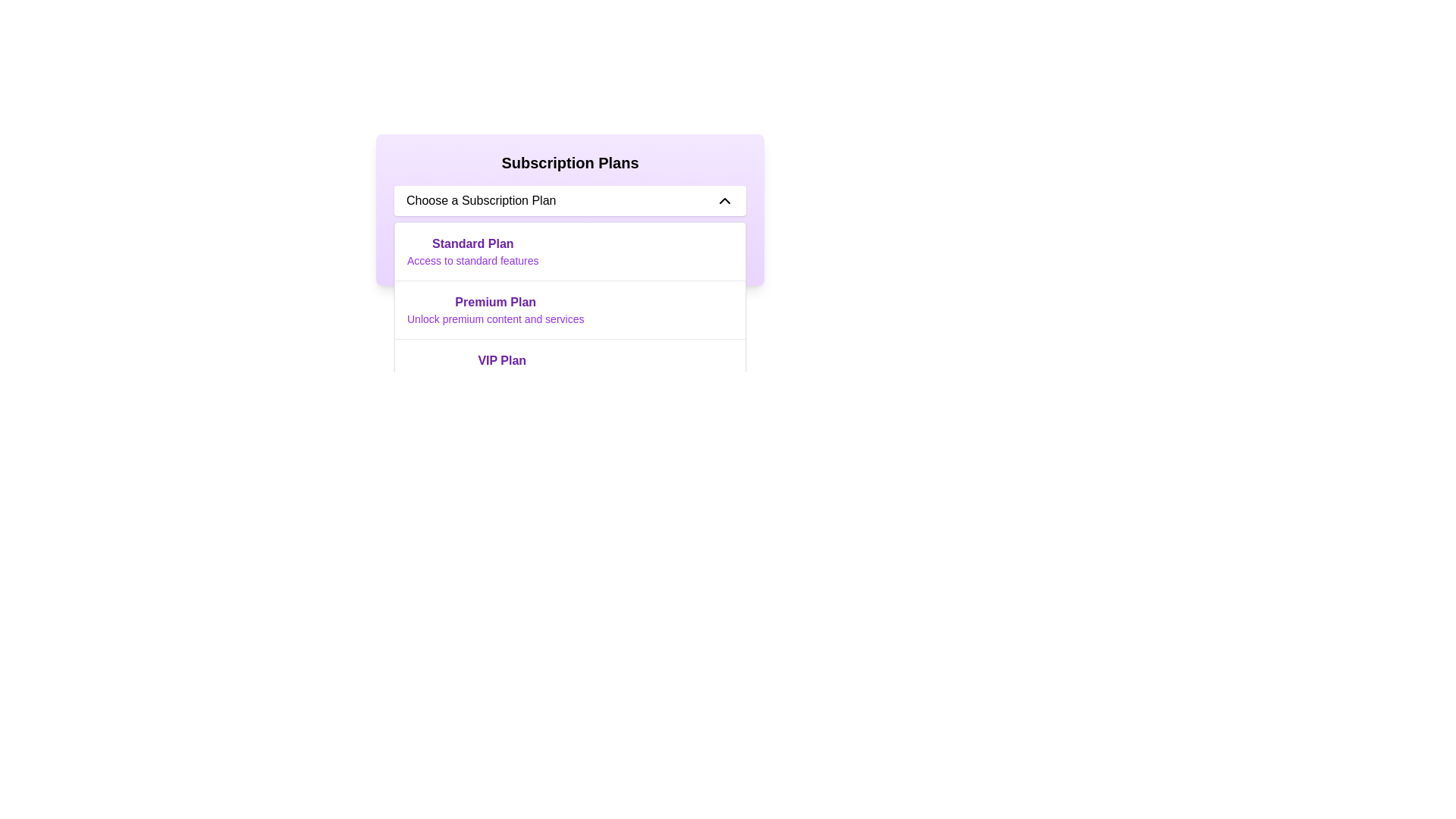  Describe the element at coordinates (495, 302) in the screenshot. I see `the text label displaying 'Premium Plan' in bold, purple-colored font, which is the second entry in the 'Subscription Plans' dropdown list` at that location.